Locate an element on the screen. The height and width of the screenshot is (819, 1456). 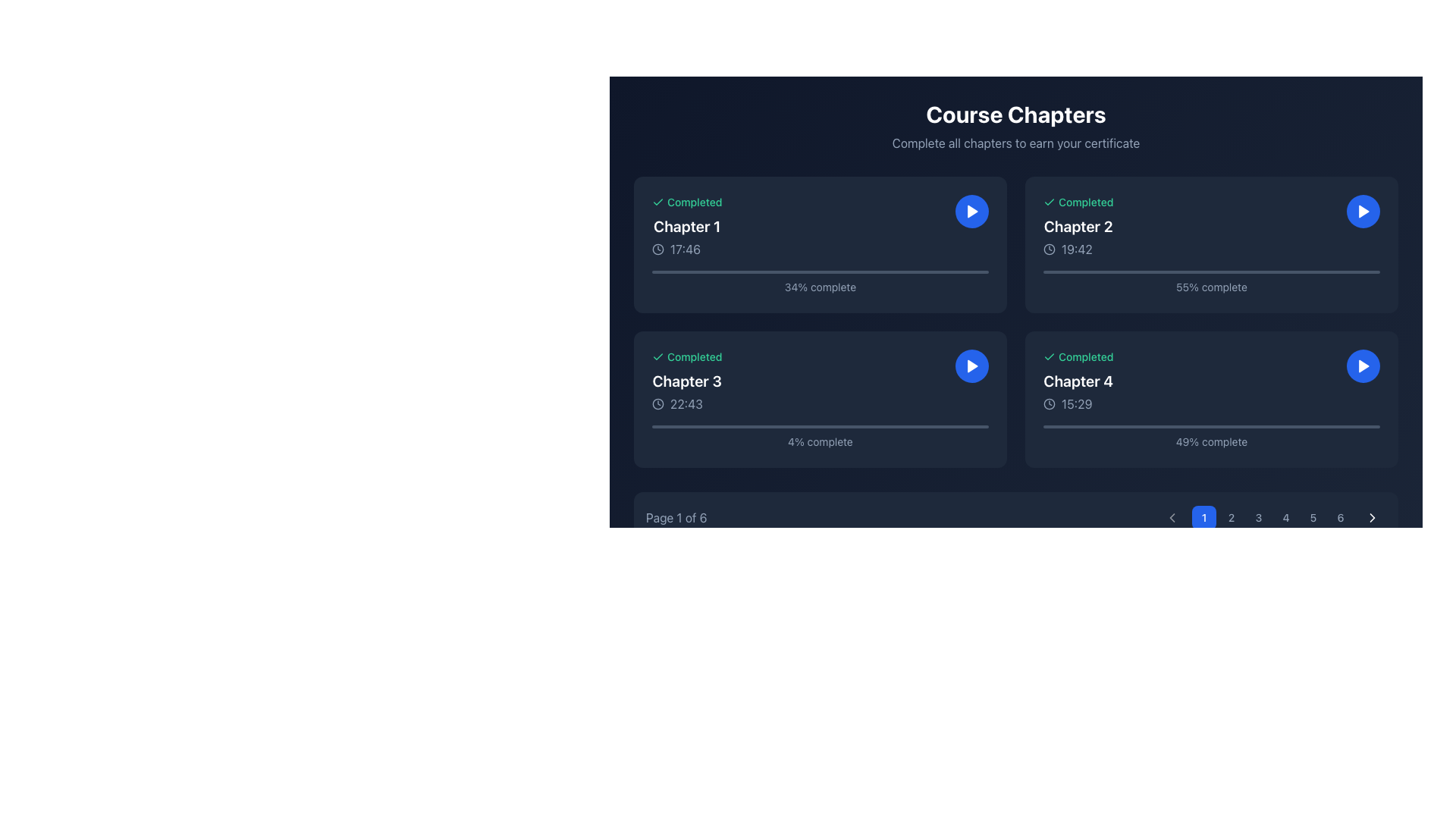
the completed status icon located at the top left corner of the course chapter status group, preceding the text 'Completed.' is located at coordinates (658, 356).